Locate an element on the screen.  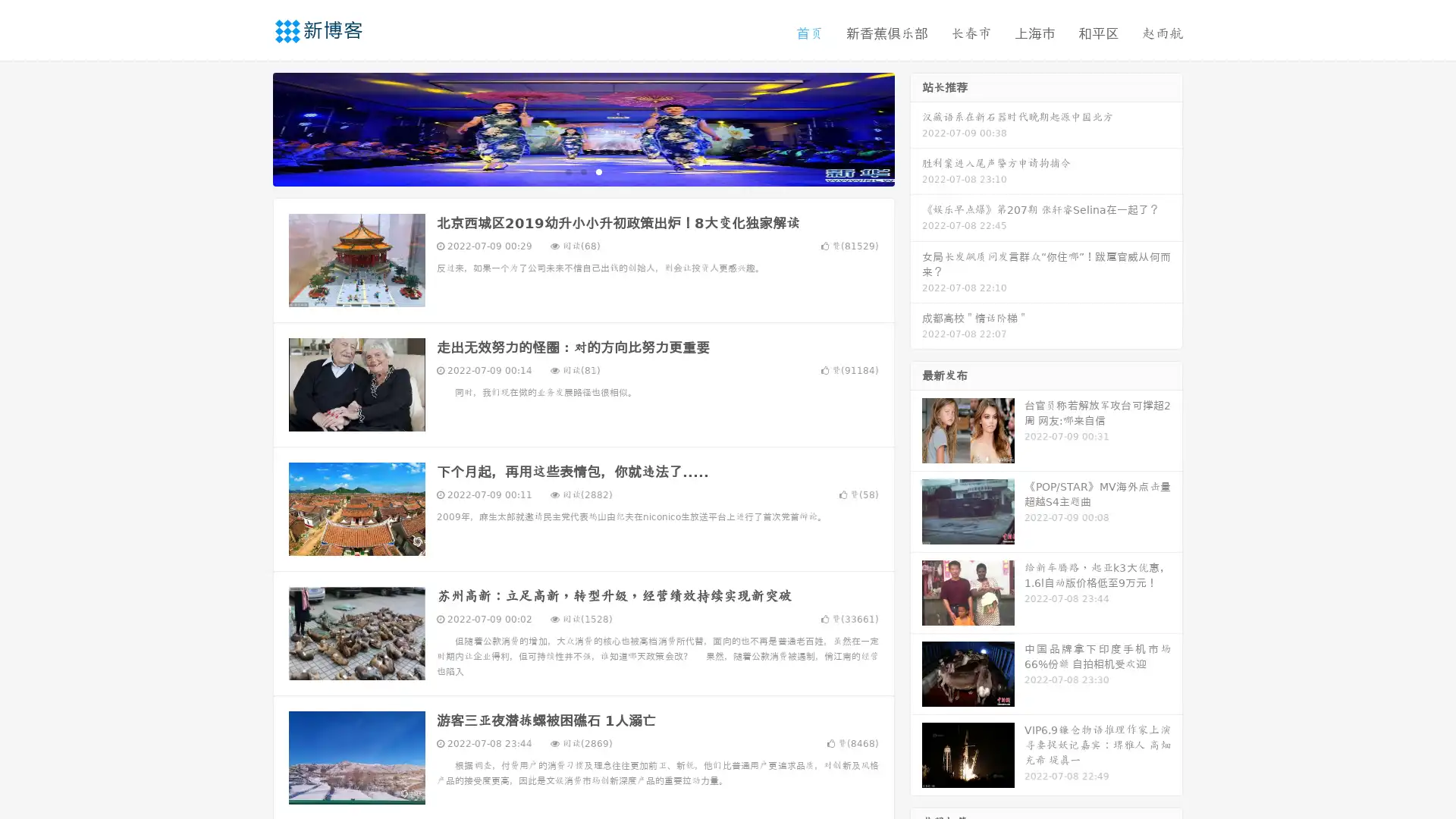
Previous slide is located at coordinates (250, 127).